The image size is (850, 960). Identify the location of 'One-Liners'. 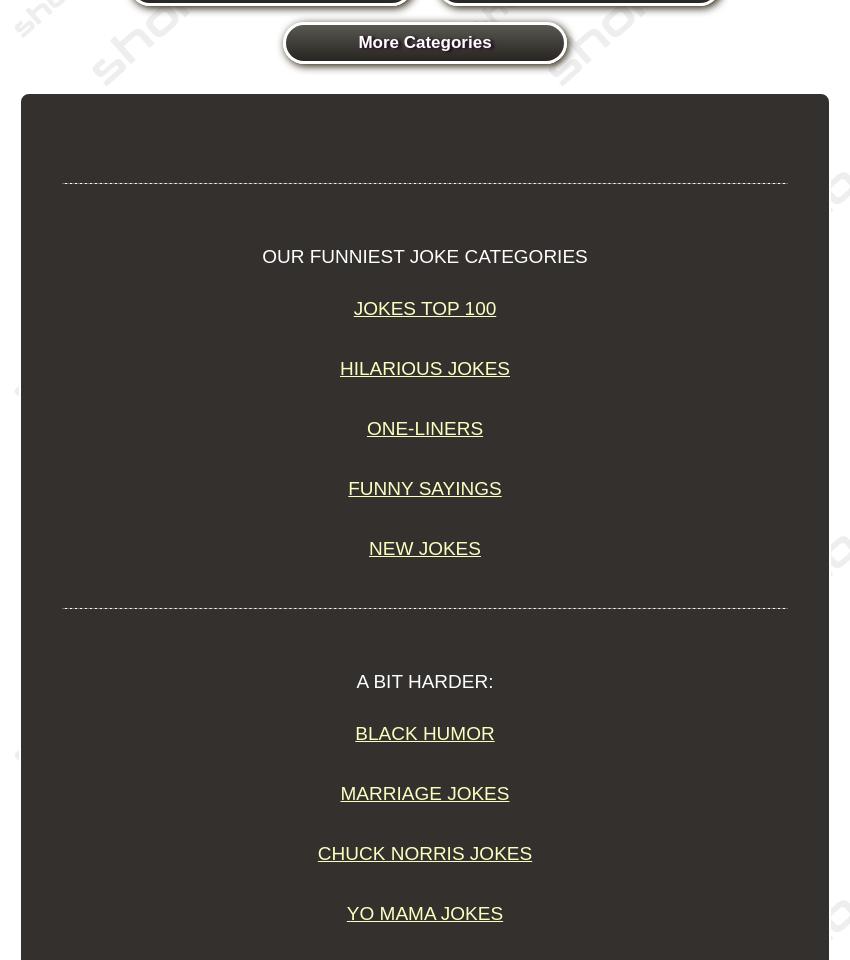
(365, 428).